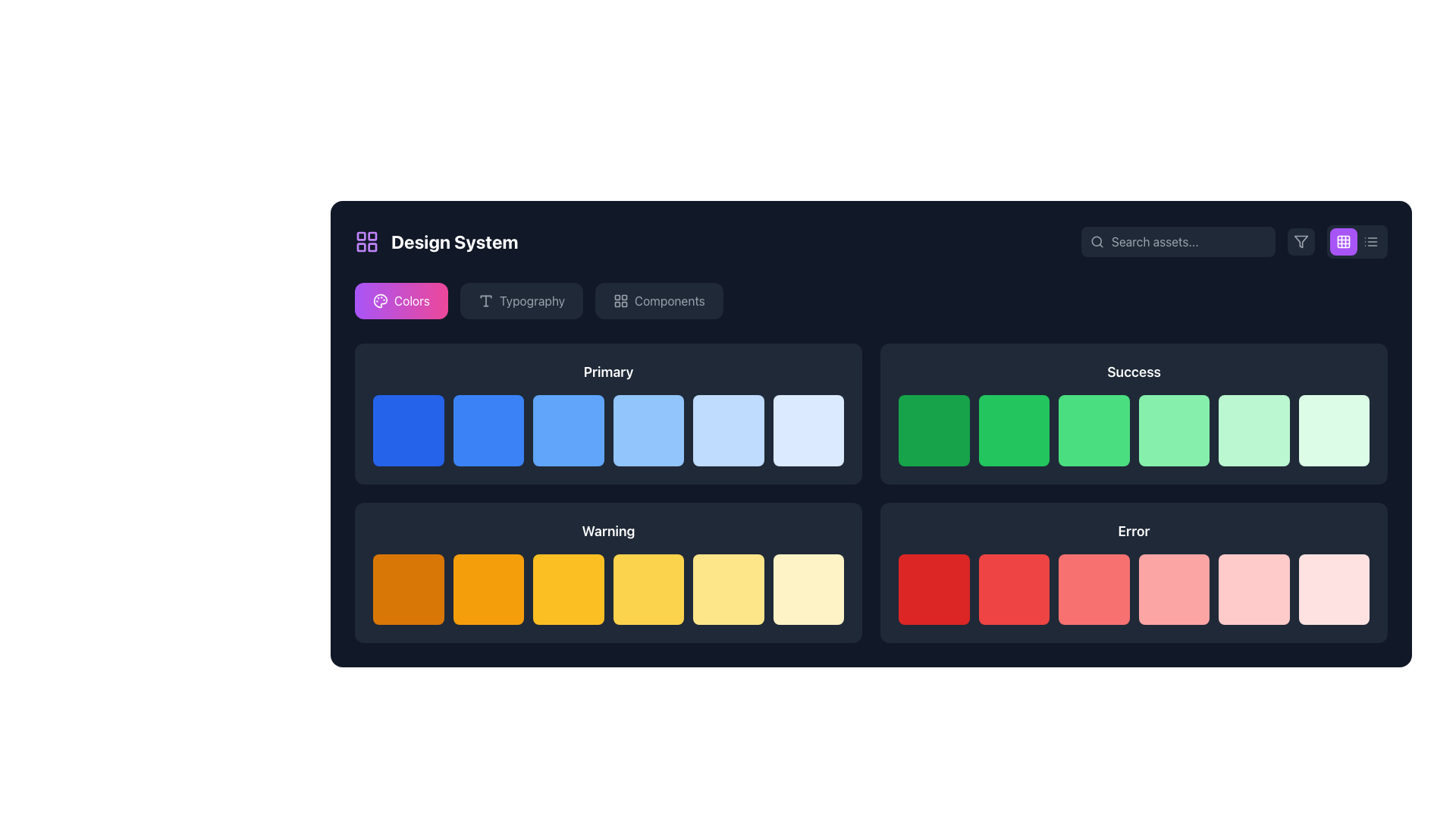  I want to click on the graphical icon associated with the primary circular part of the palette-shaped SVG icon located near the top-left corner of the interface, to the left of the text 'Design System', so click(381, 301).